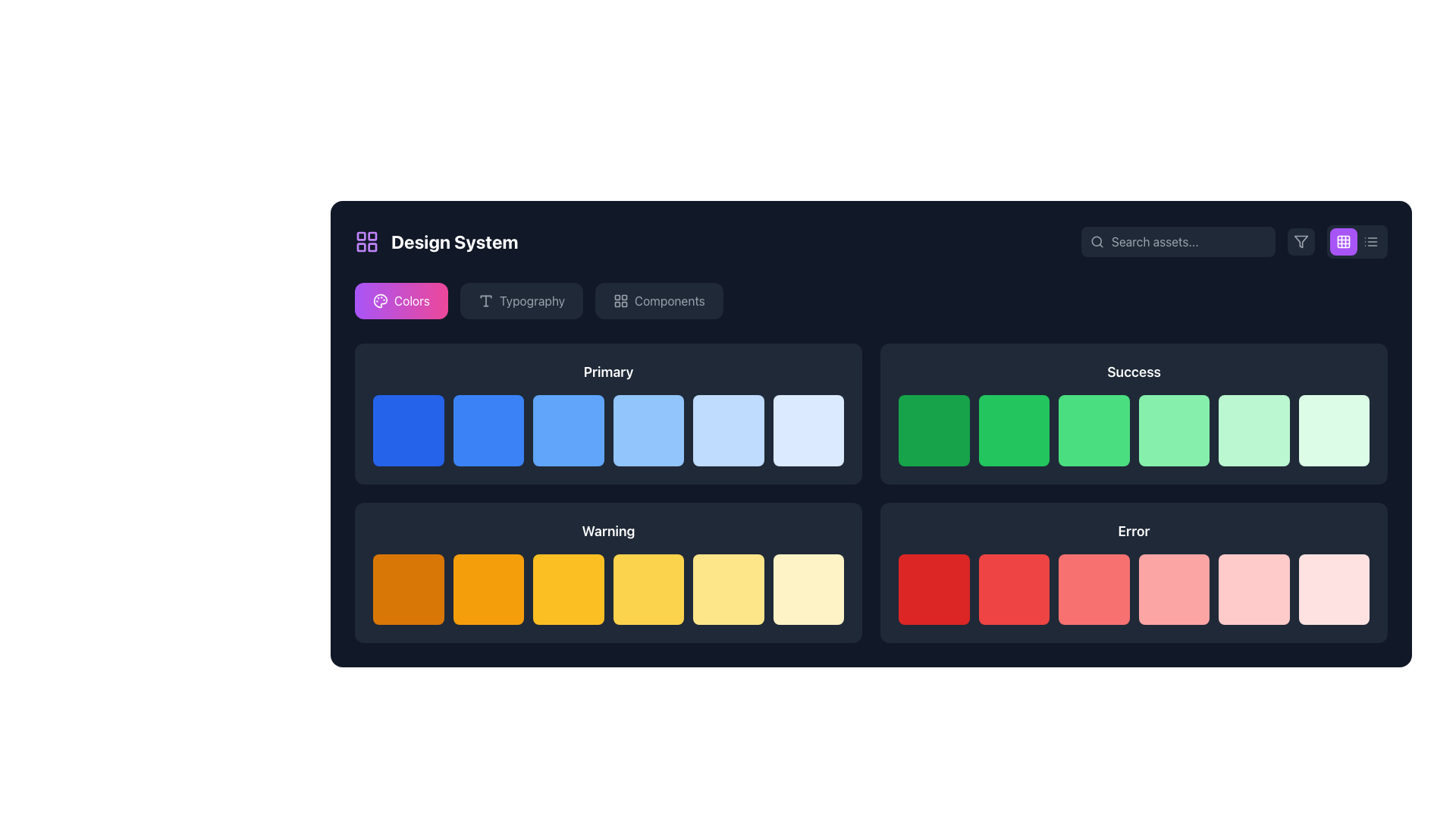  I want to click on the graphical icon associated with the primary circular part of the palette-shaped SVG icon located near the top-left corner of the interface, to the left of the text 'Design System', so click(381, 301).